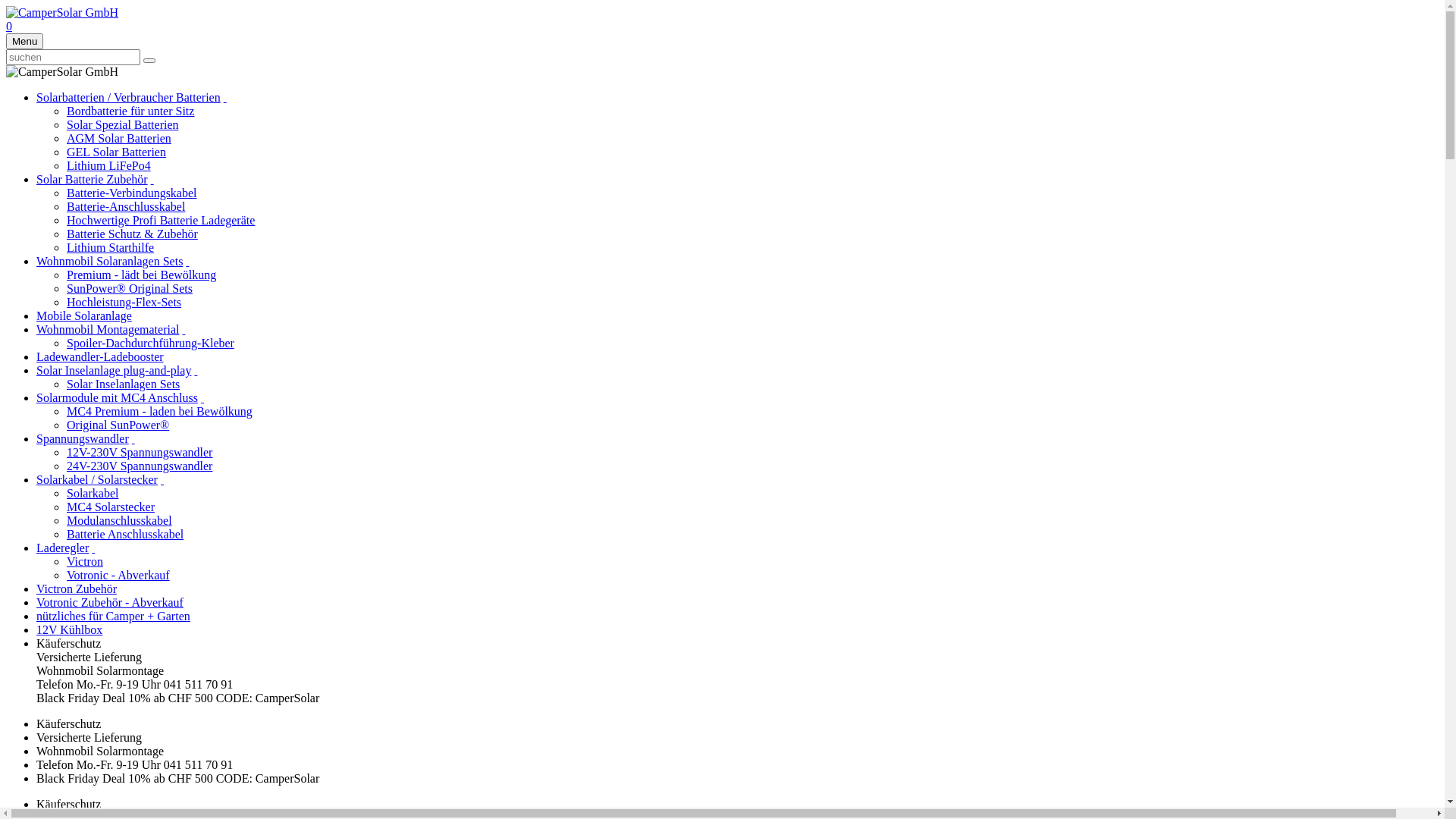 Image resolution: width=1456 pixels, height=819 pixels. I want to click on 'Telefon Mo.-Fr. 9-19 Uhr 041 511 70 91', so click(134, 764).